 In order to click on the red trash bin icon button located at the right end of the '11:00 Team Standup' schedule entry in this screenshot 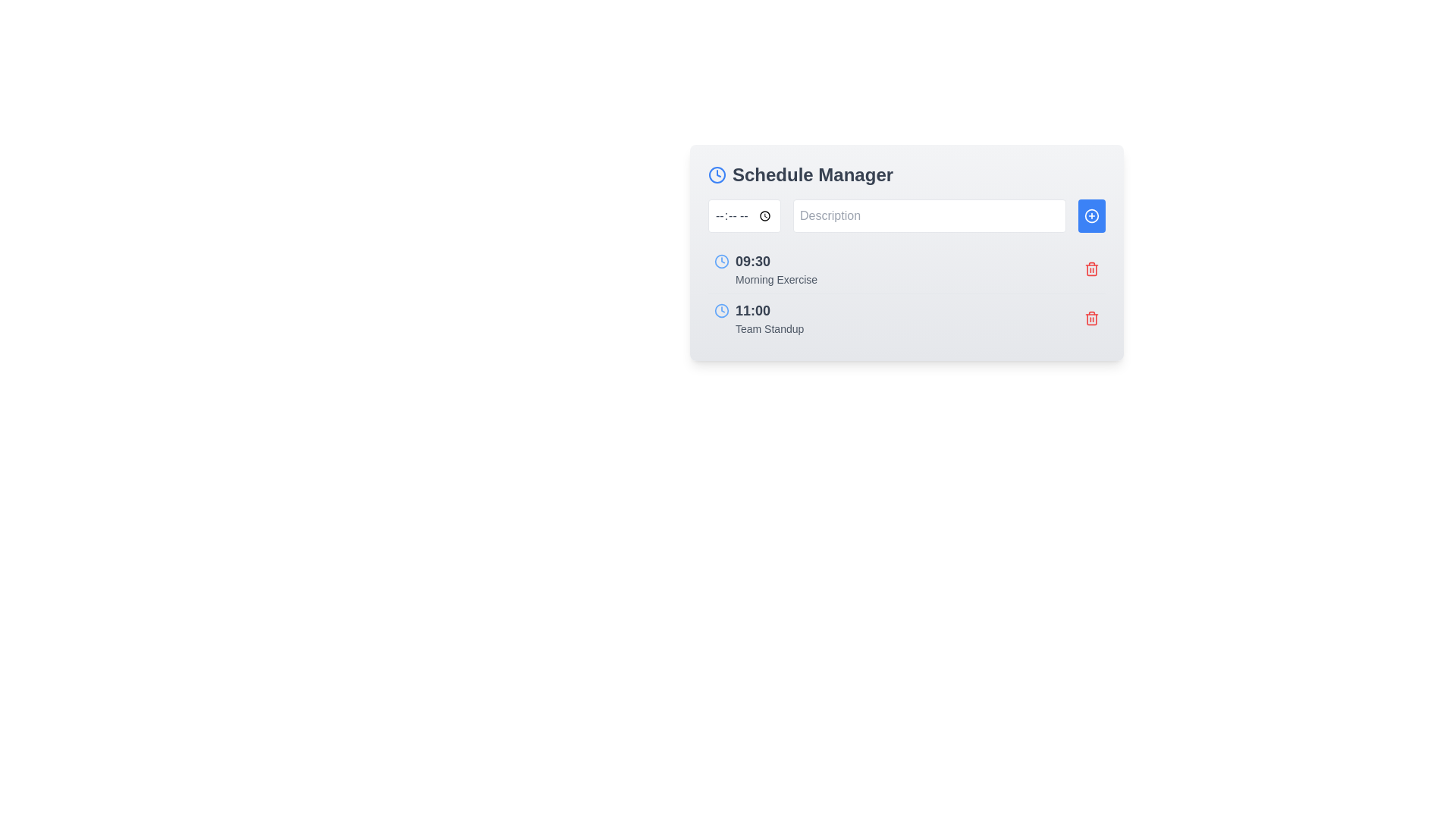, I will do `click(1092, 318)`.